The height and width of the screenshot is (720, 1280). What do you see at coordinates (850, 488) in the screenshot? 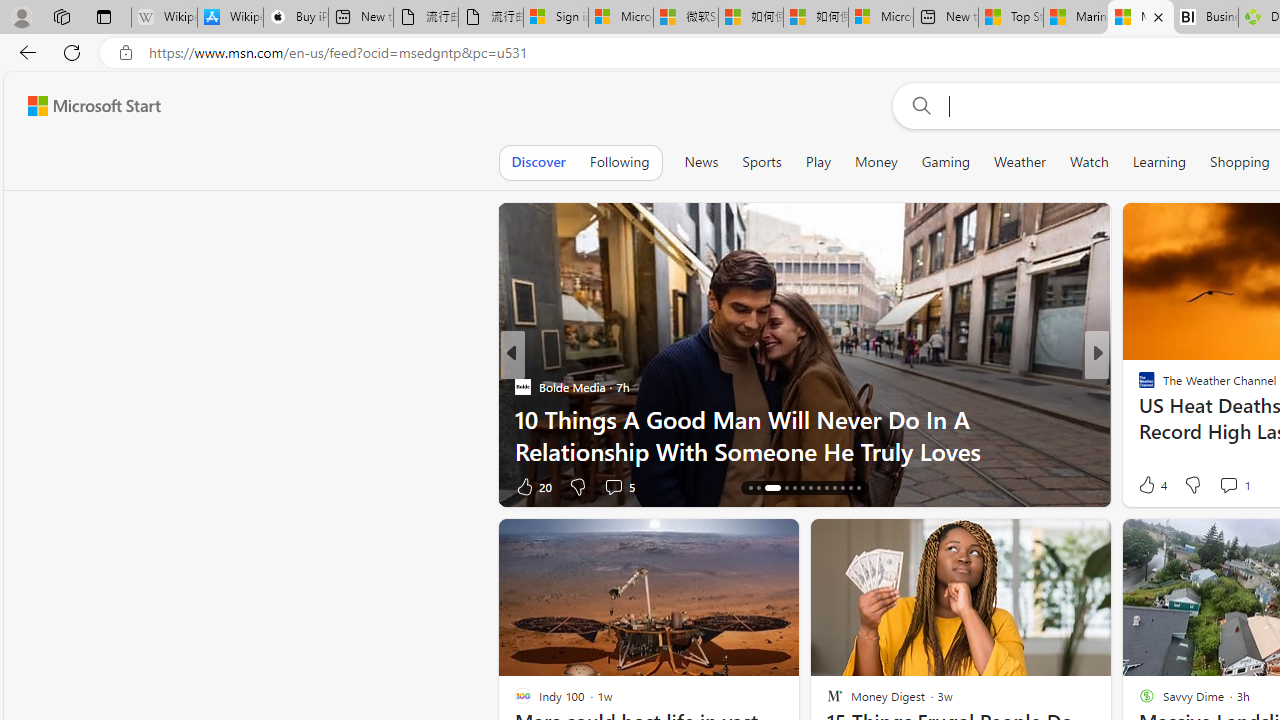
I see `'AutomationID: tab-25'` at bounding box center [850, 488].